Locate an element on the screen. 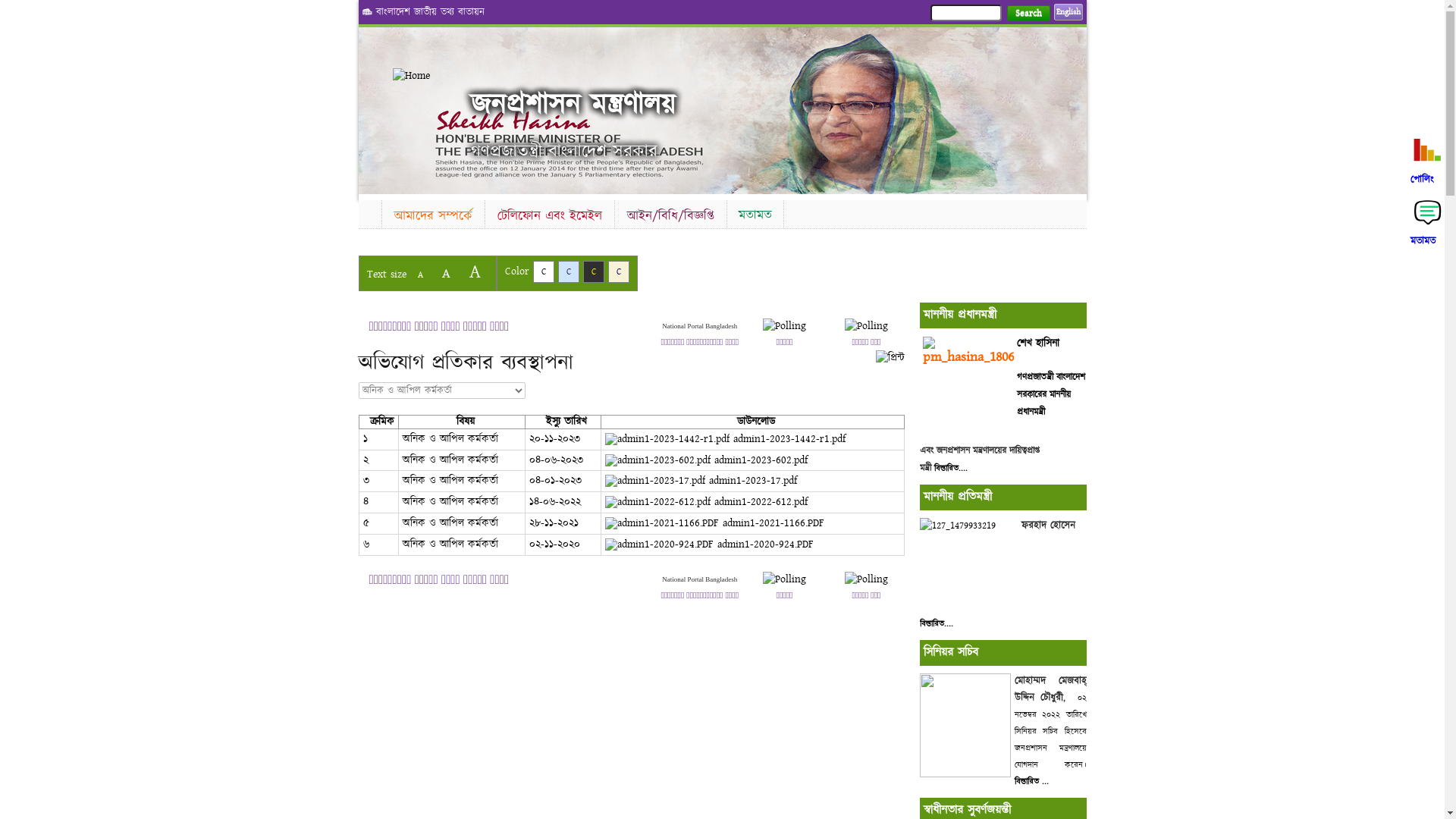  'English' is located at coordinates (1068, 11).